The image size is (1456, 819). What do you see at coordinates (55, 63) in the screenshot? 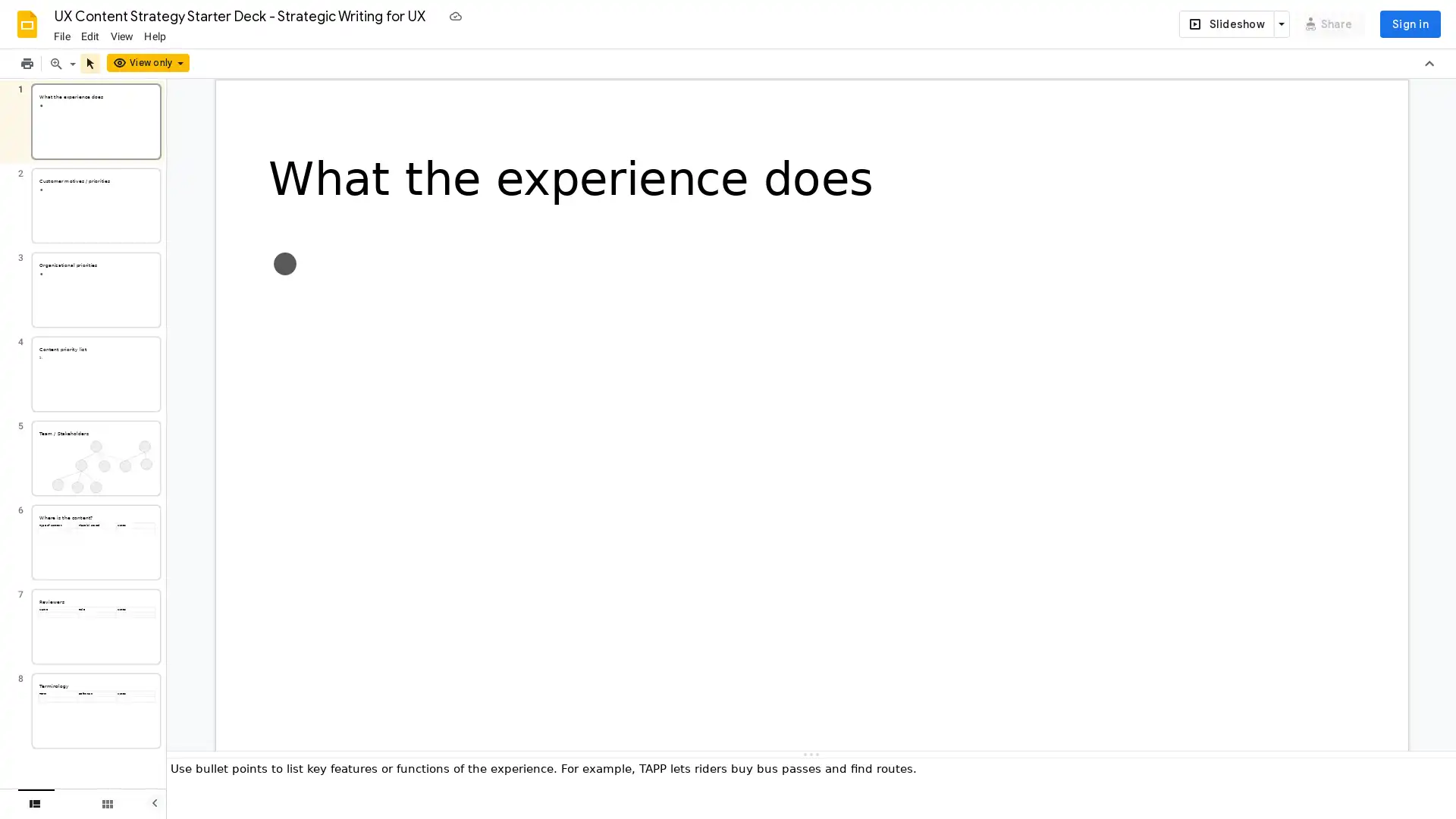
I see `Zoom` at bounding box center [55, 63].